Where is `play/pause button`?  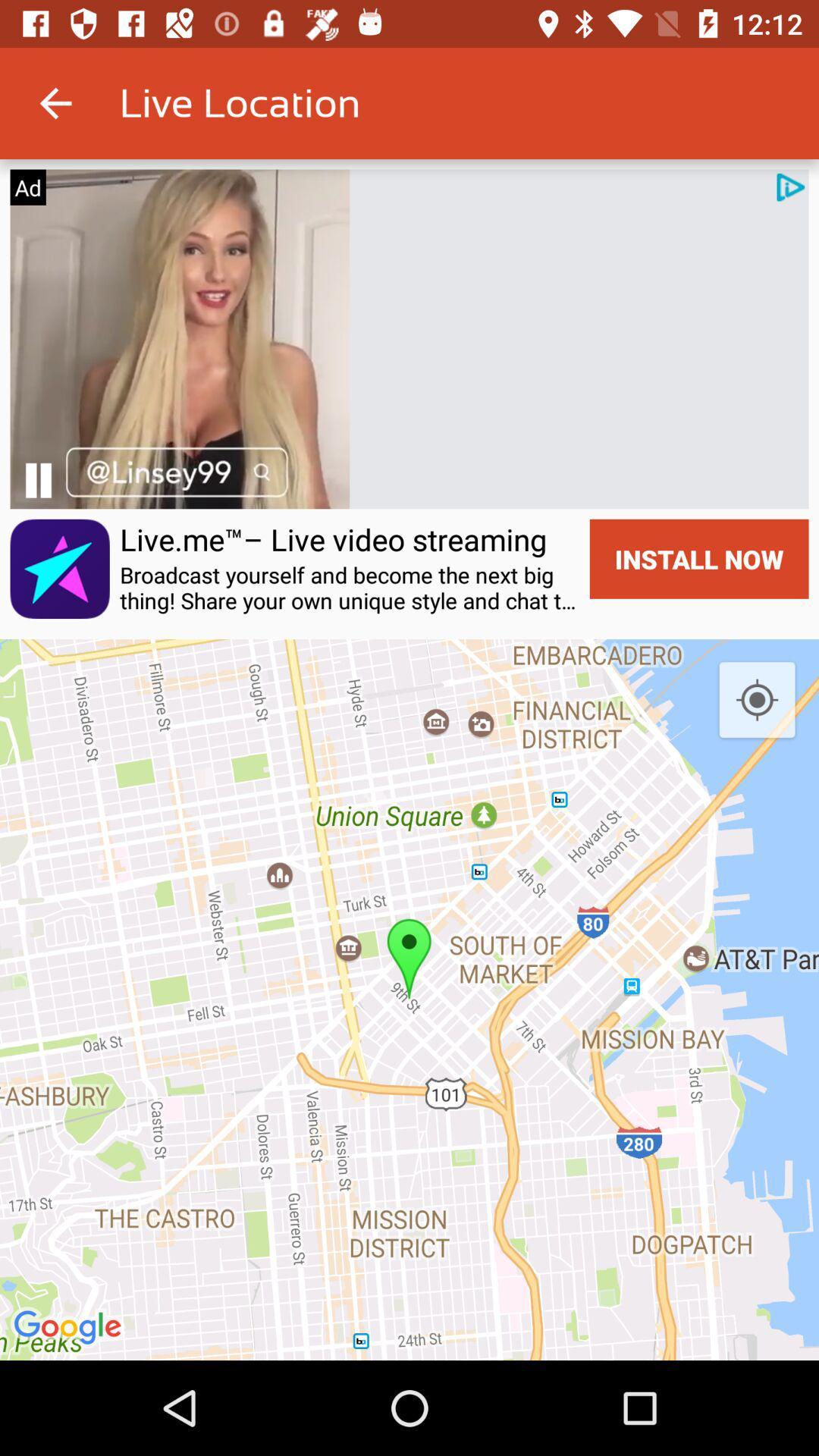 play/pause button is located at coordinates (37, 479).